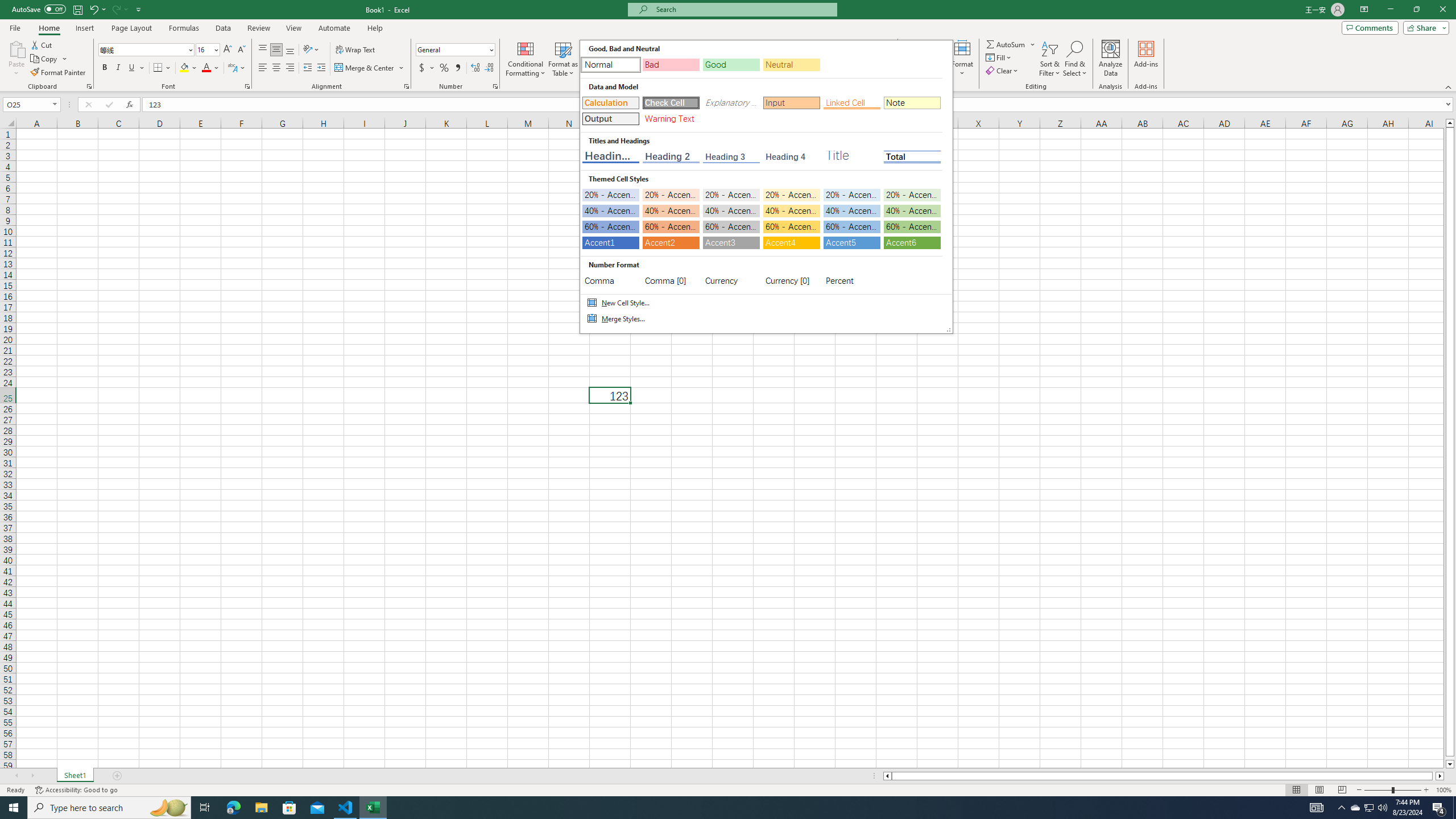  What do you see at coordinates (42, 44) in the screenshot?
I see `'Cut'` at bounding box center [42, 44].